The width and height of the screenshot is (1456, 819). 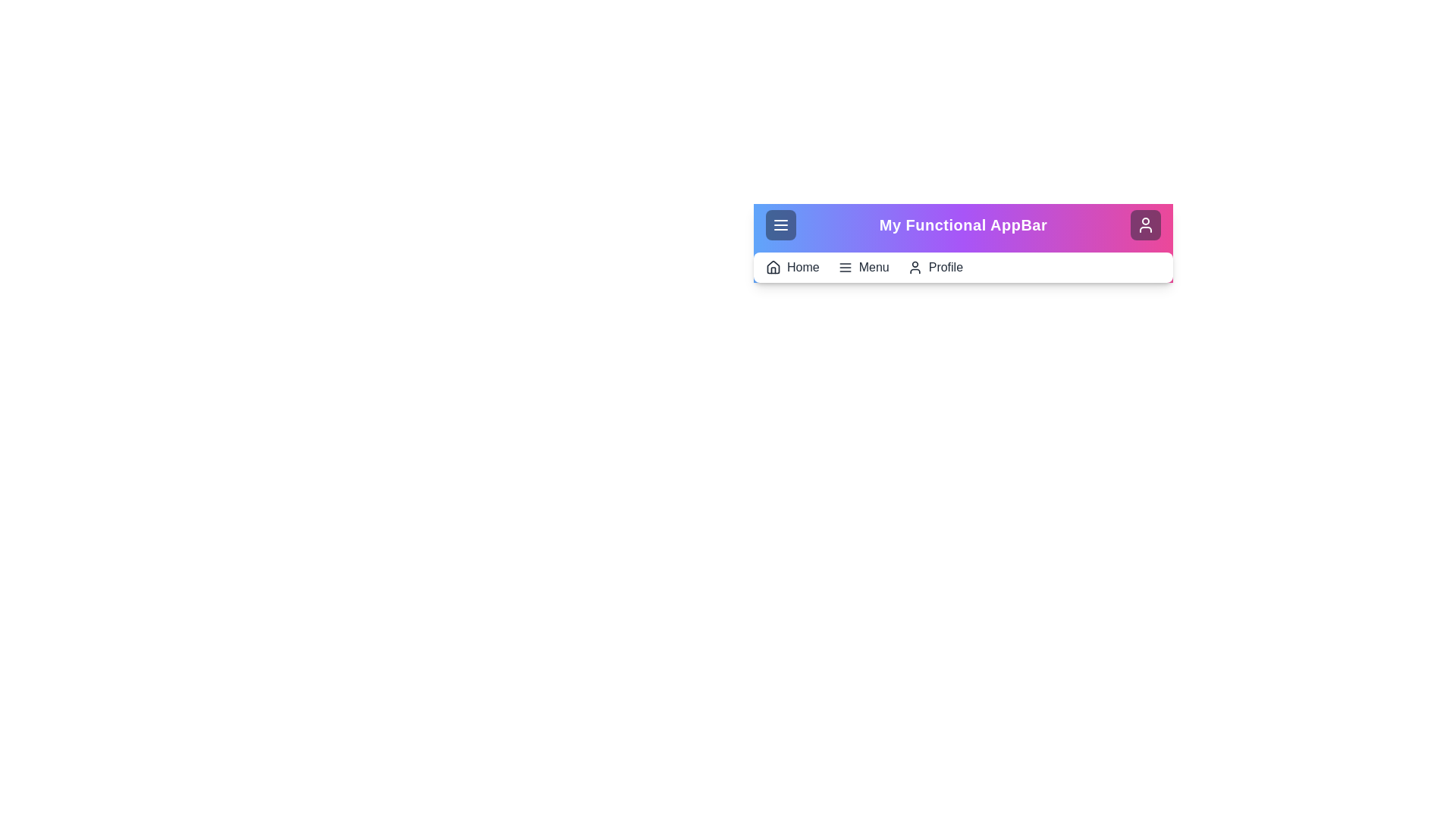 What do you see at coordinates (862, 267) in the screenshot?
I see `the 'Menu' button in the navigation bar` at bounding box center [862, 267].